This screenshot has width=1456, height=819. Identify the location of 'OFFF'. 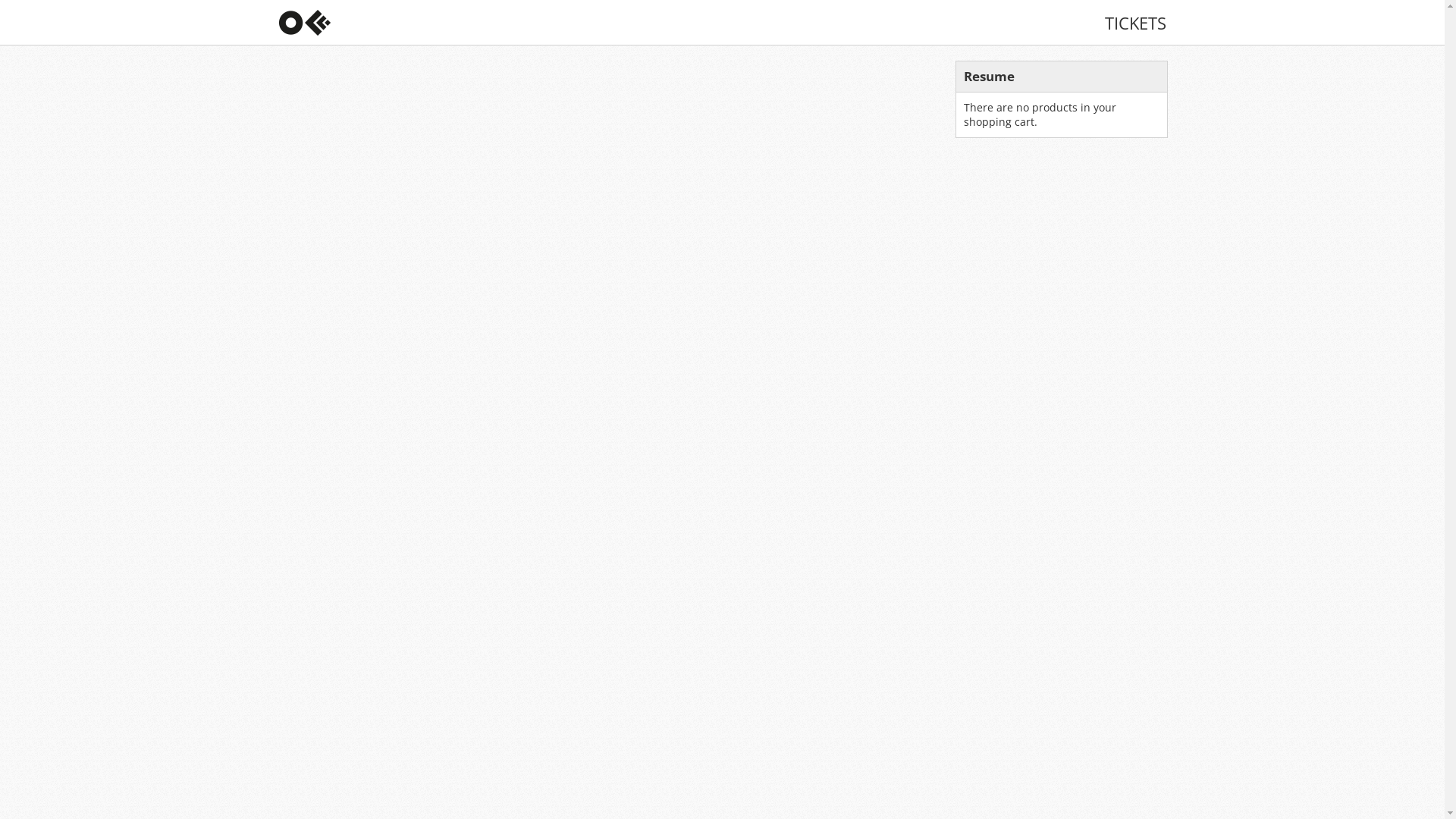
(279, 23).